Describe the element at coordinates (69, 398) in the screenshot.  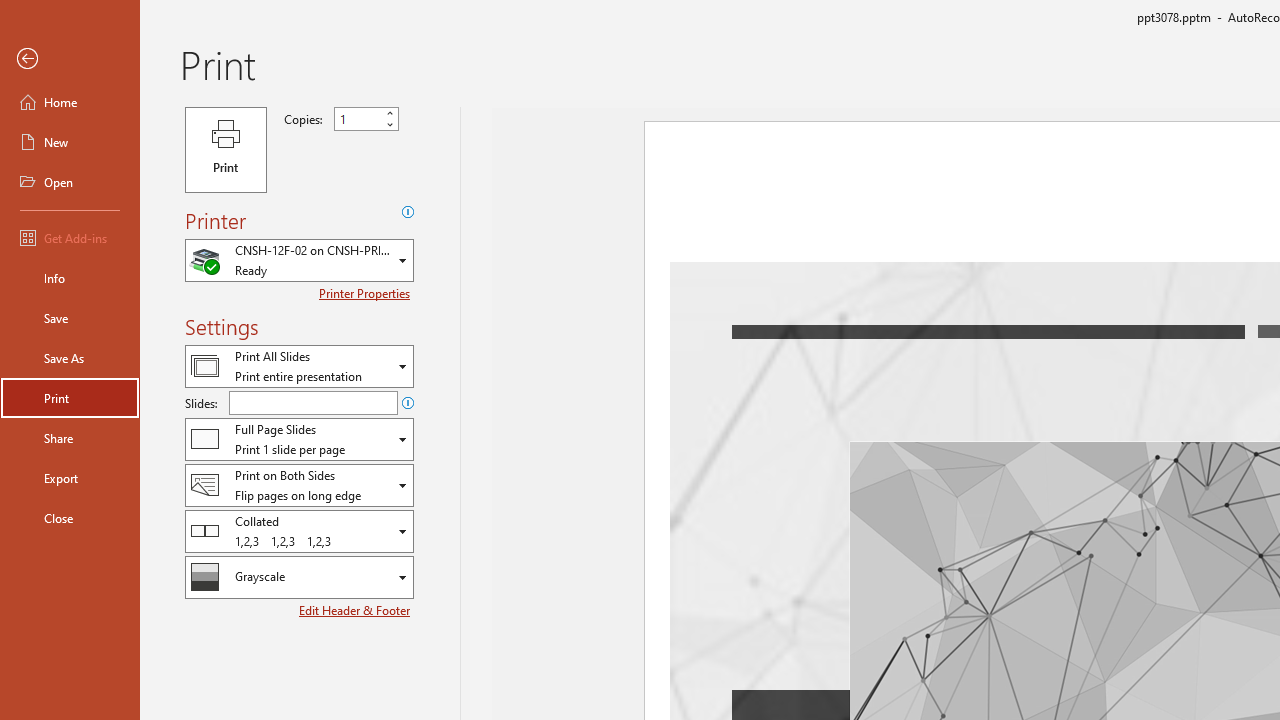
I see `'Print'` at that location.